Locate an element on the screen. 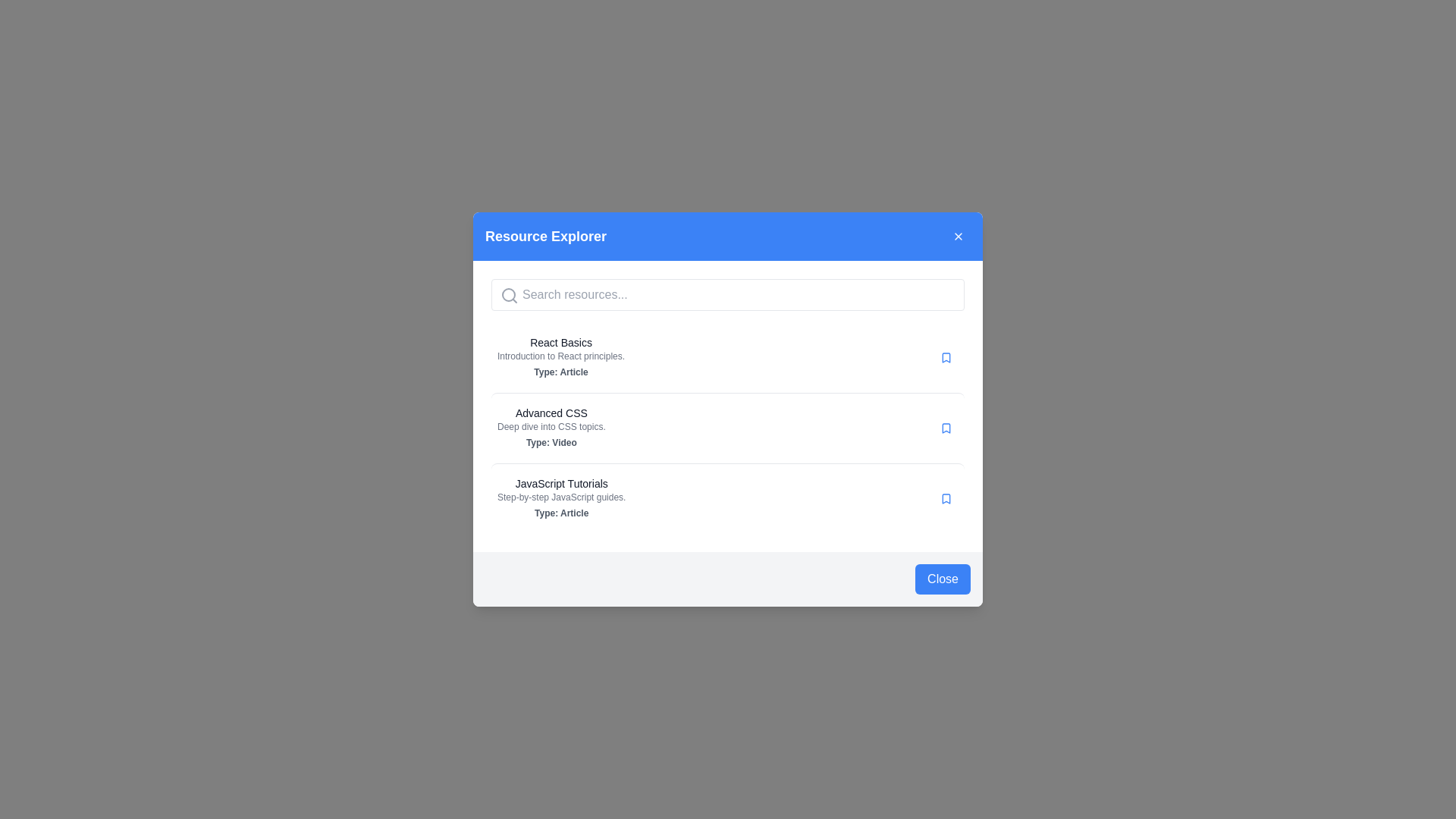 The width and height of the screenshot is (1456, 819). the 'Advanced CSS' resource card located centrally in the list of video resources is located at coordinates (551, 428).